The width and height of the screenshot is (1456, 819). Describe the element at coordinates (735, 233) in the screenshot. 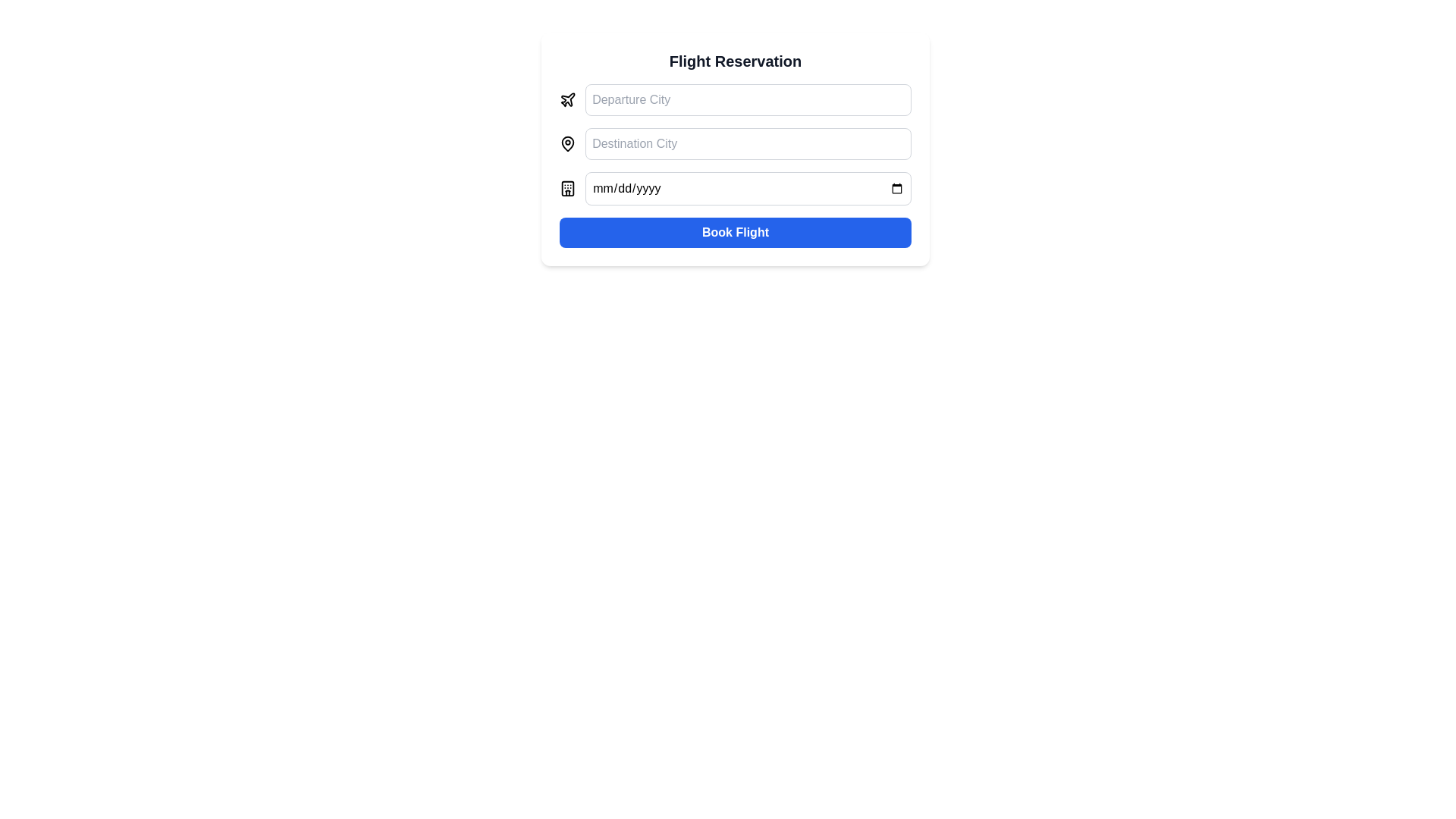

I see `the 'Submit' button within the 'Flight Reservation' card to interact with the keyboard` at that location.